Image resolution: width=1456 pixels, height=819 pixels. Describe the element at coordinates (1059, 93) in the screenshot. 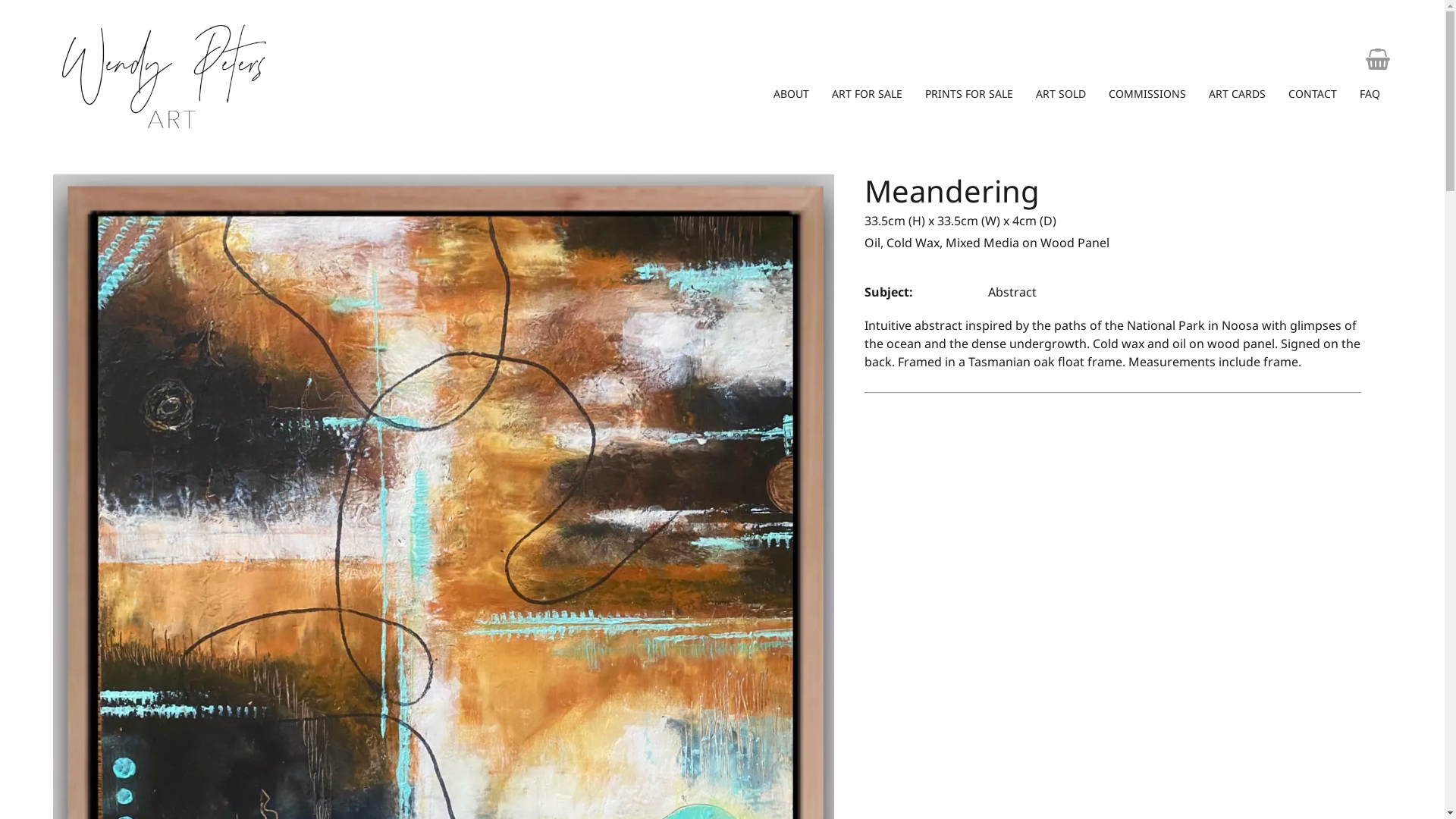

I see `'ART SOLD'` at that location.